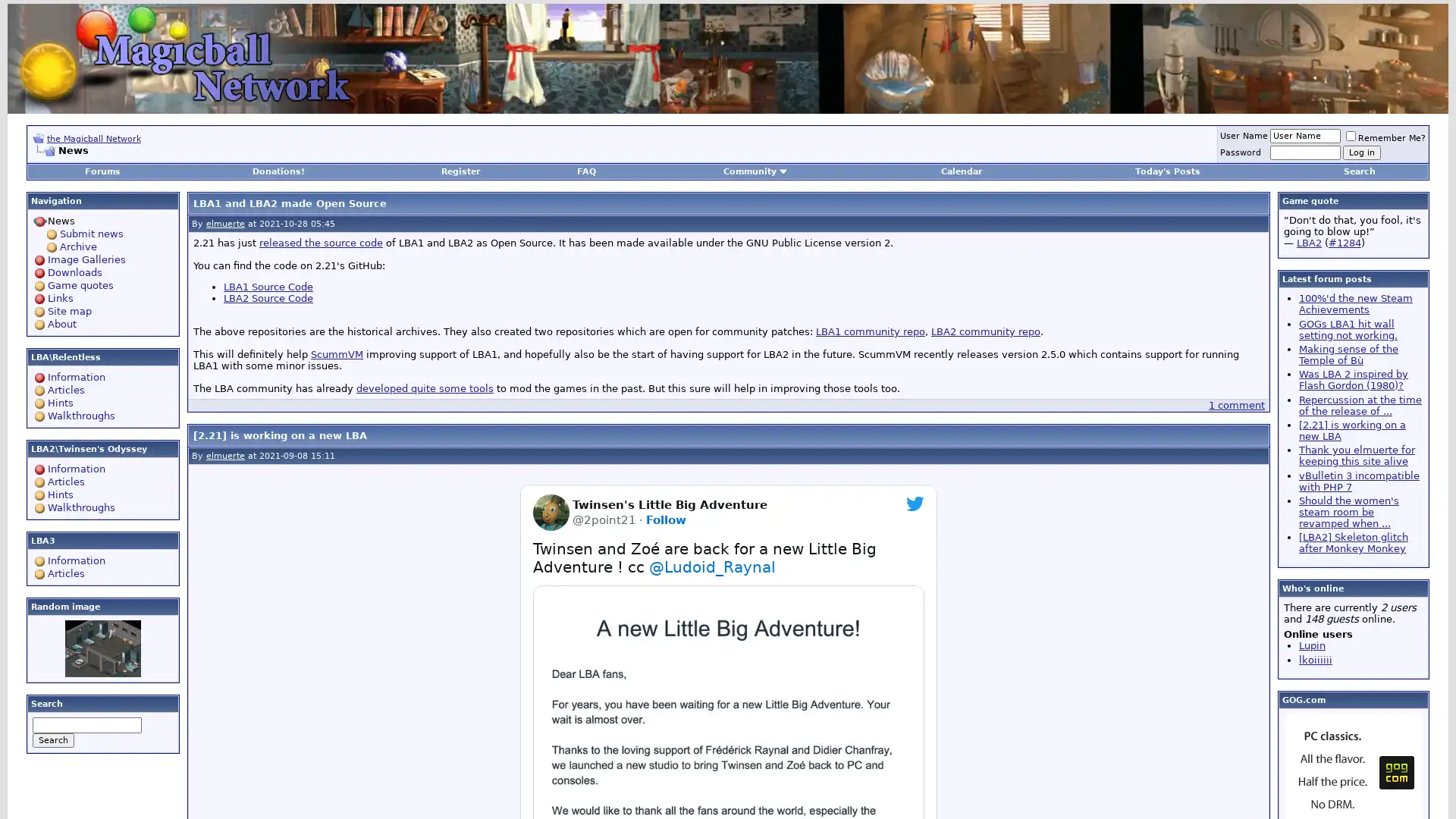  What do you see at coordinates (53, 739) in the screenshot?
I see `Search` at bounding box center [53, 739].